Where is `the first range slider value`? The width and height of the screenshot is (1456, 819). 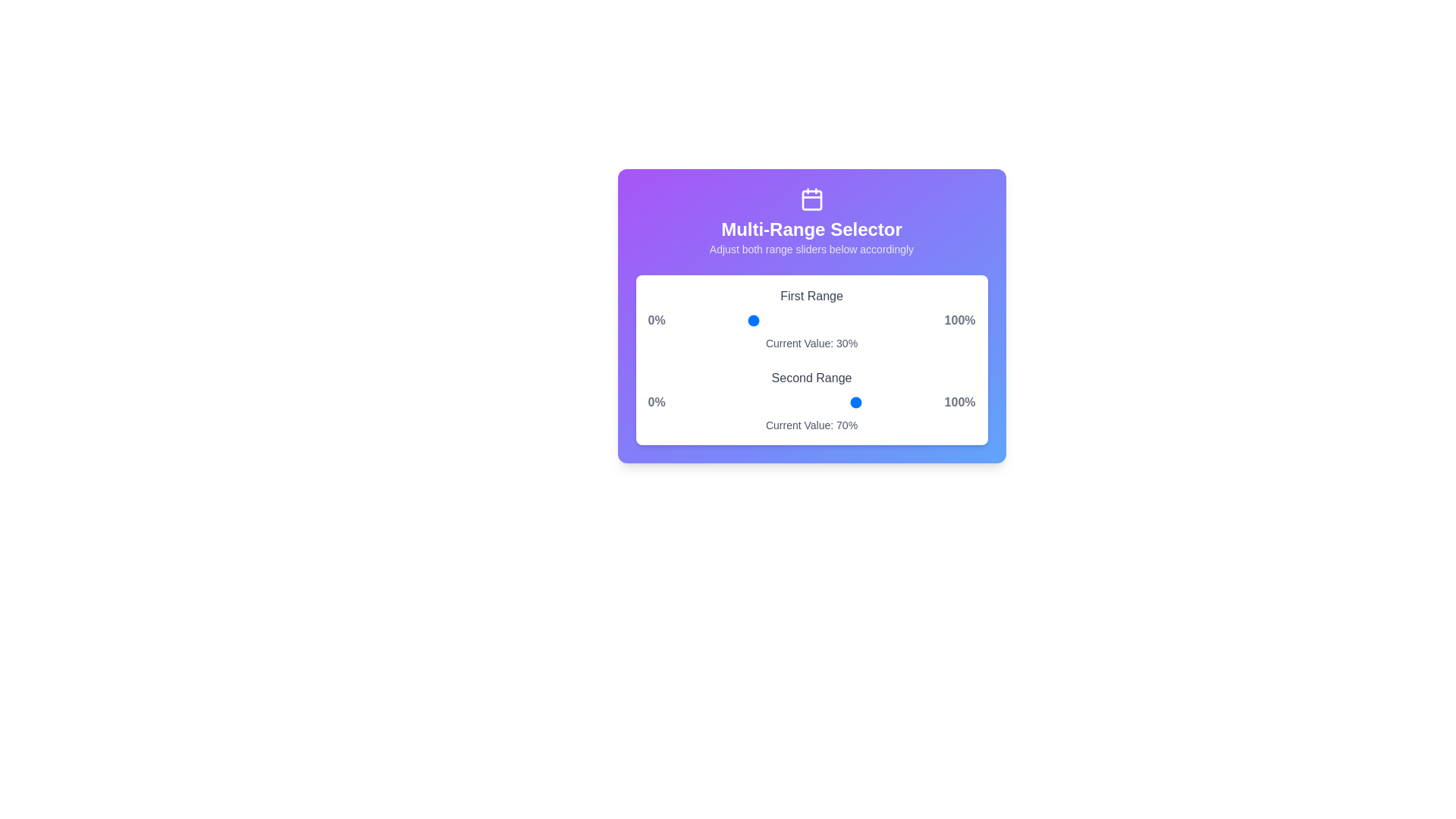
the first range slider value is located at coordinates (670, 320).